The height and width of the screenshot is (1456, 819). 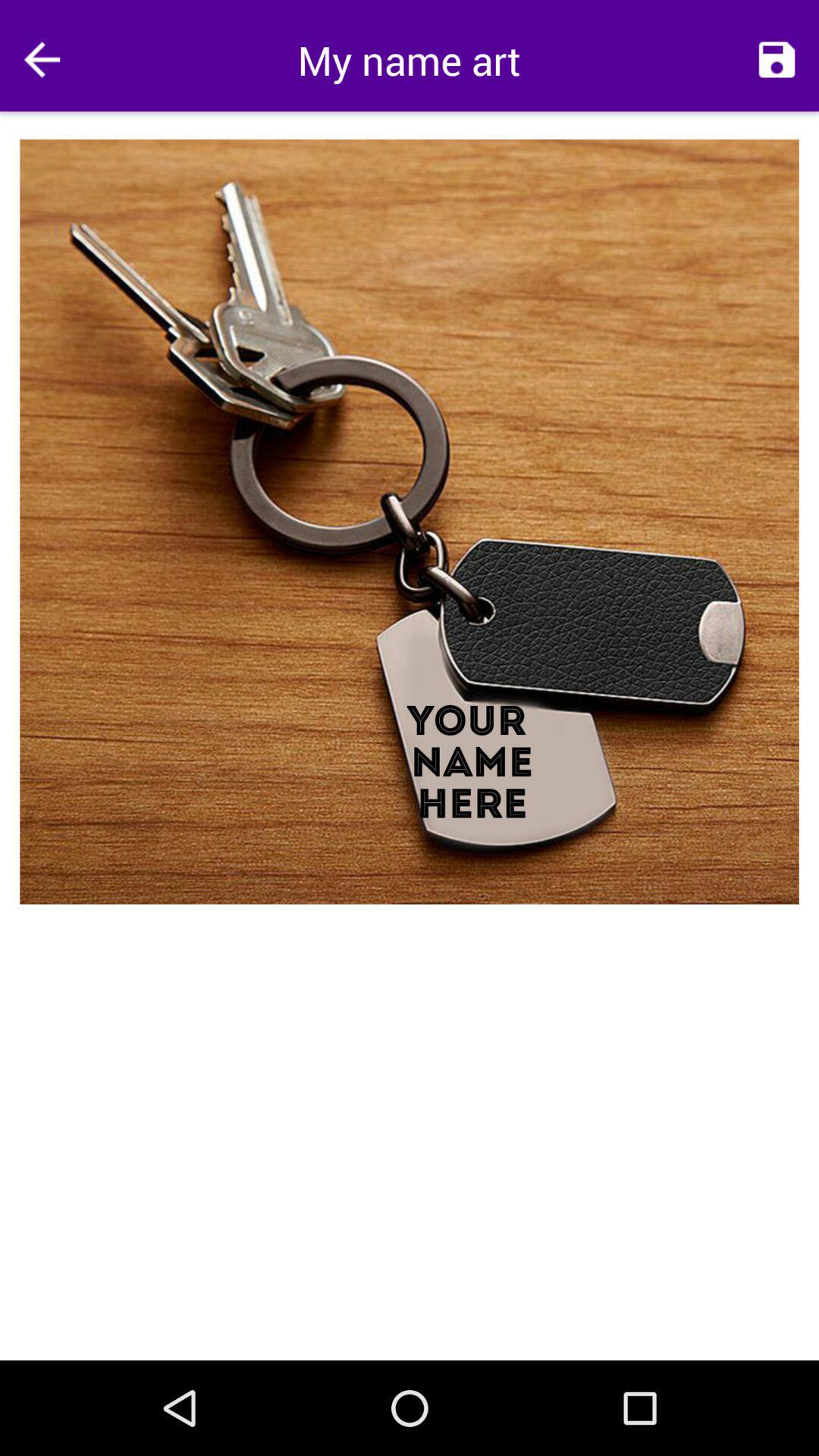 I want to click on app next to my name art app, so click(x=41, y=59).